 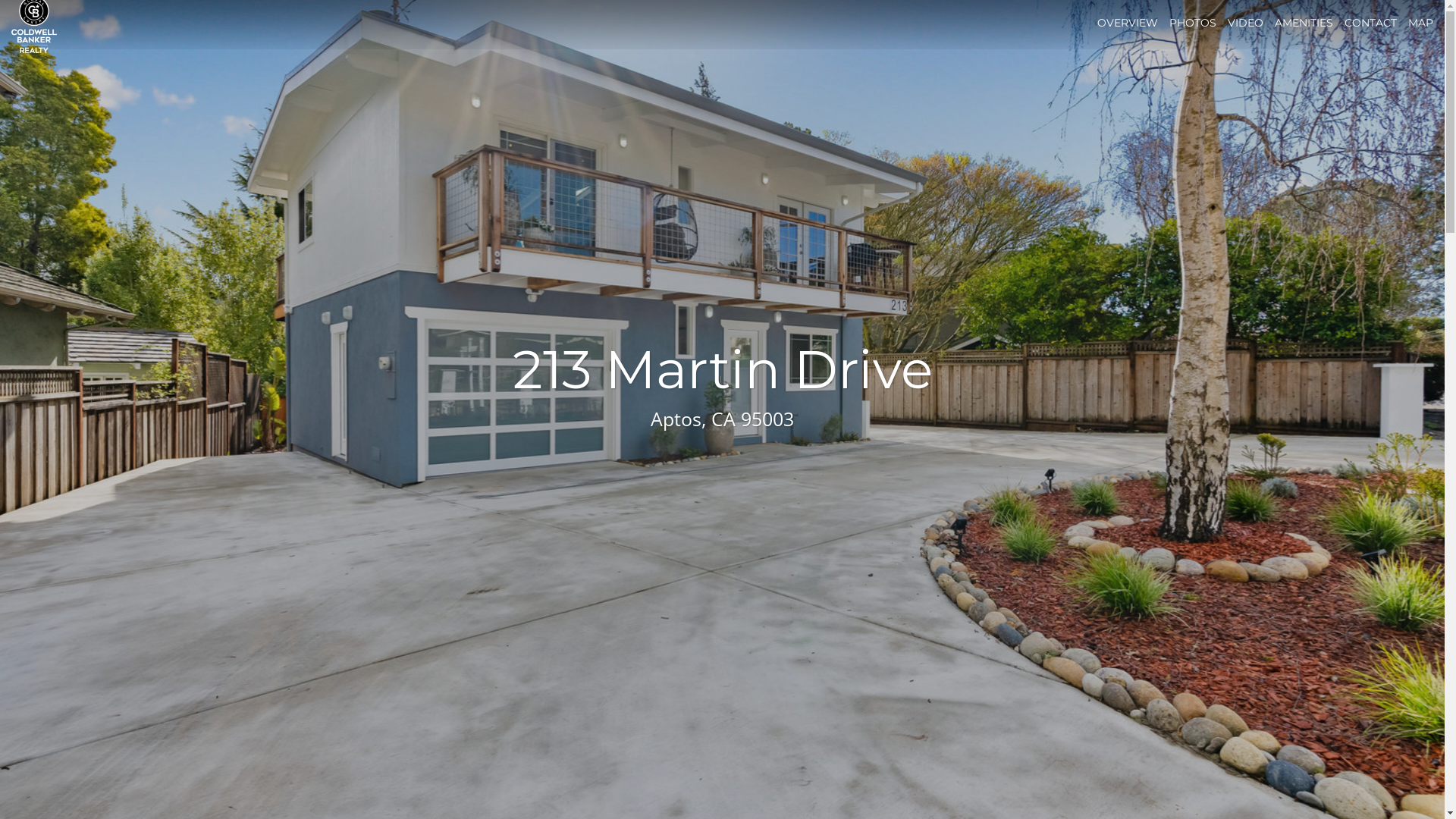 What do you see at coordinates (1370, 23) in the screenshot?
I see `'CONTACT'` at bounding box center [1370, 23].